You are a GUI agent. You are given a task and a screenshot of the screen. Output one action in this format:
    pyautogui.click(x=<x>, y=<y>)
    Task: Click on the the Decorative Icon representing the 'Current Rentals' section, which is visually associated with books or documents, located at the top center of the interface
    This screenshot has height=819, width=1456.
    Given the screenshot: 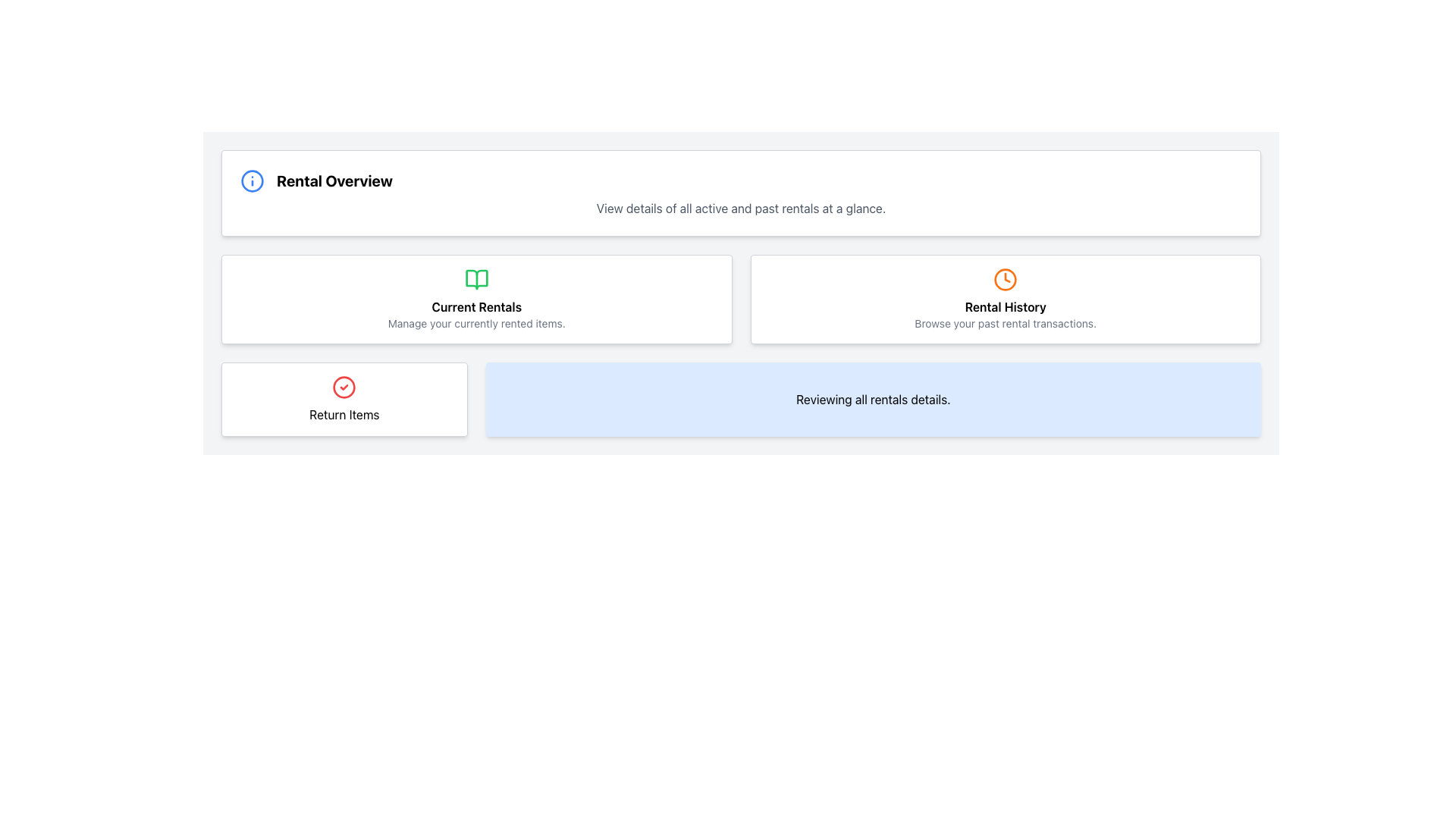 What is the action you would take?
    pyautogui.click(x=475, y=280)
    